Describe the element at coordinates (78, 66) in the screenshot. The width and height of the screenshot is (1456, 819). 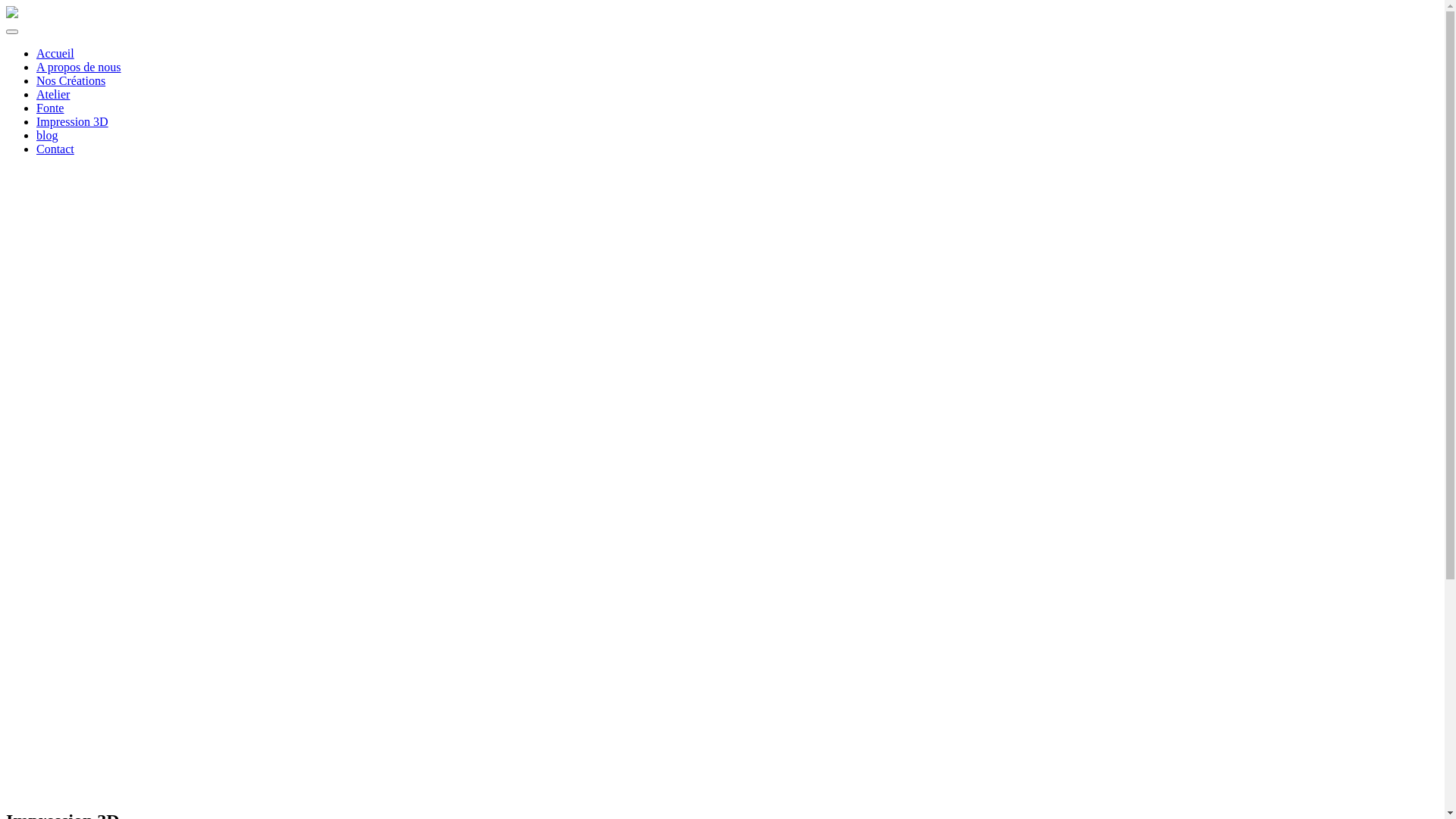
I see `'A propos de nous'` at that location.